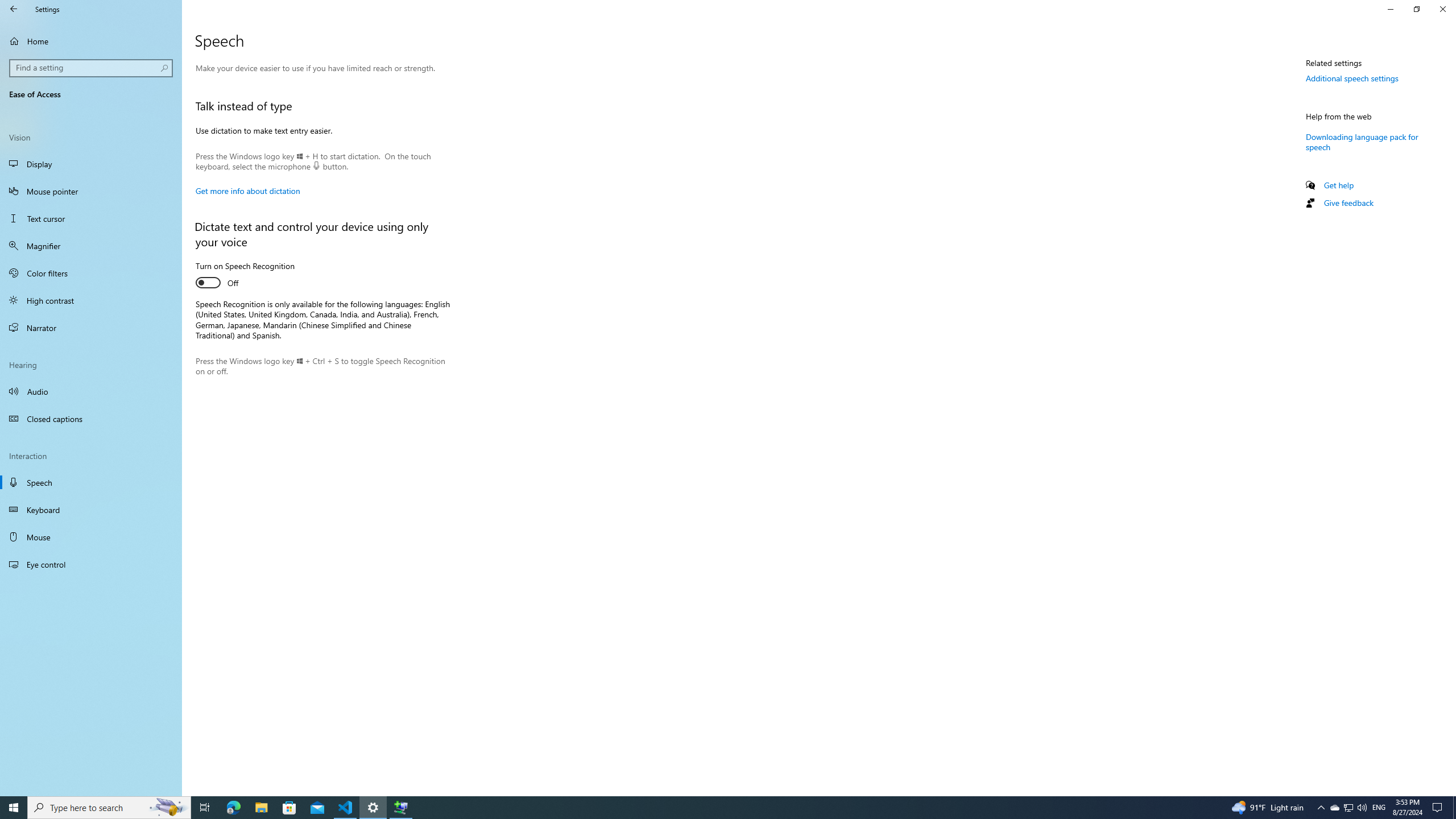 This screenshot has width=1456, height=819. I want to click on 'Color filters', so click(90, 272).